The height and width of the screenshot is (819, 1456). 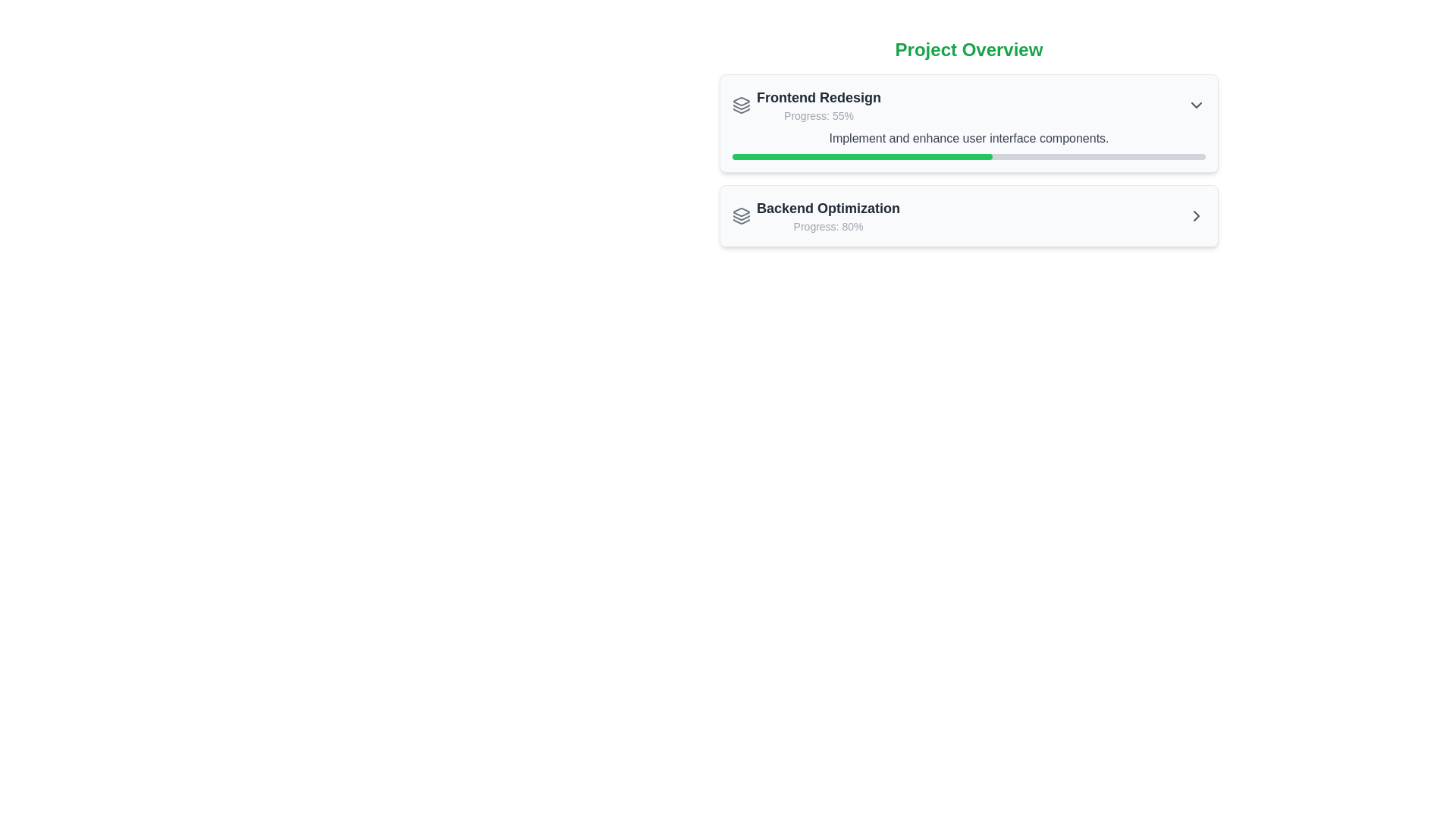 What do you see at coordinates (968, 149) in the screenshot?
I see `title and descriptions of the 'Project Overview' section, which includes the panels for 'Frontend Redesign' and 'Backend Optimization'` at bounding box center [968, 149].